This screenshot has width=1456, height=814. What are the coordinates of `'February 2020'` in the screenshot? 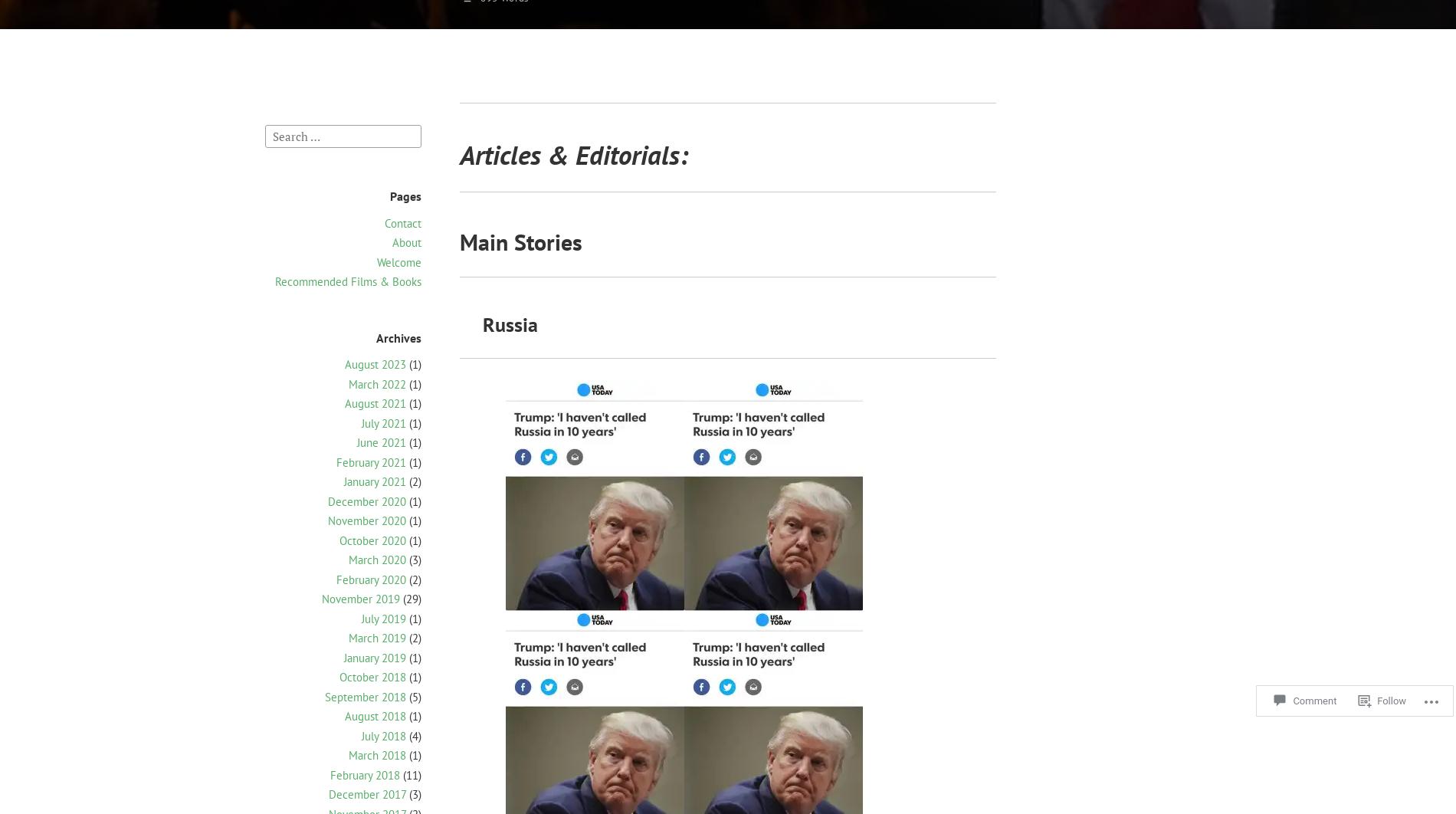 It's located at (371, 579).